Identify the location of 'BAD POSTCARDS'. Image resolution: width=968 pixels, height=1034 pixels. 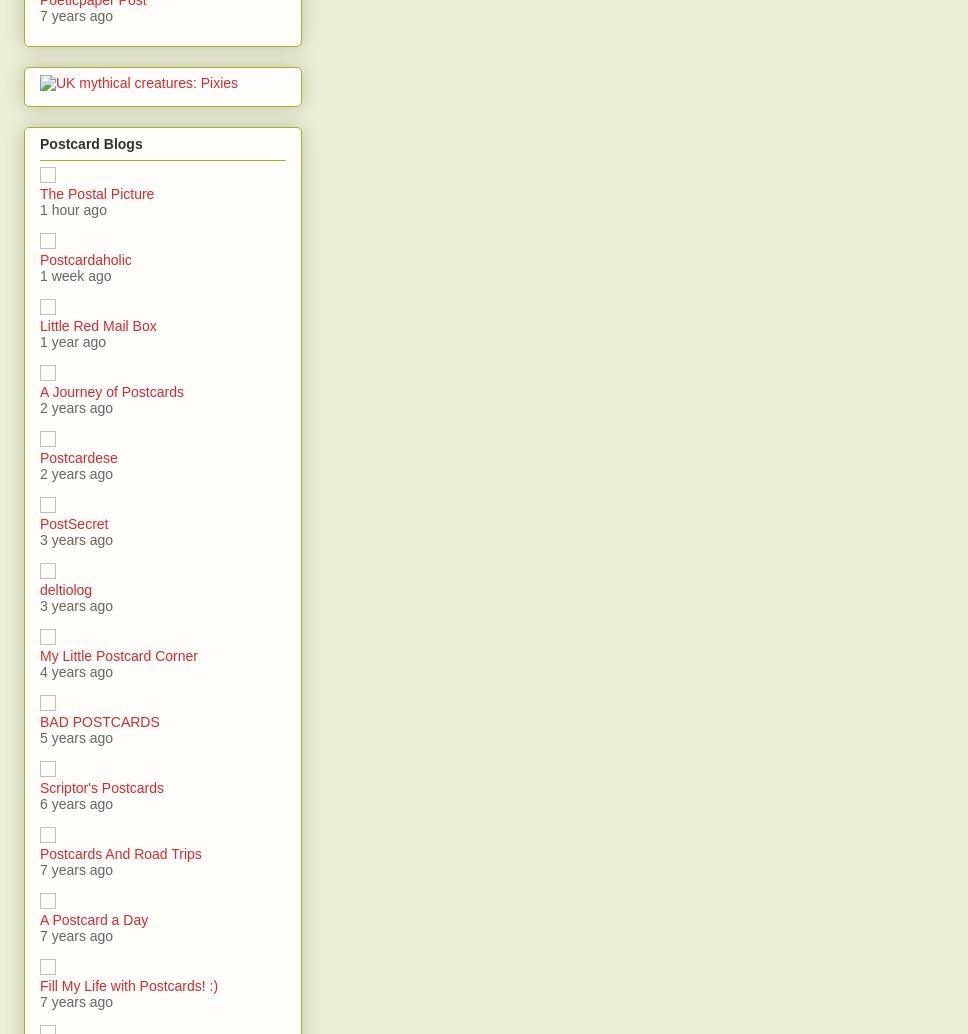
(99, 722).